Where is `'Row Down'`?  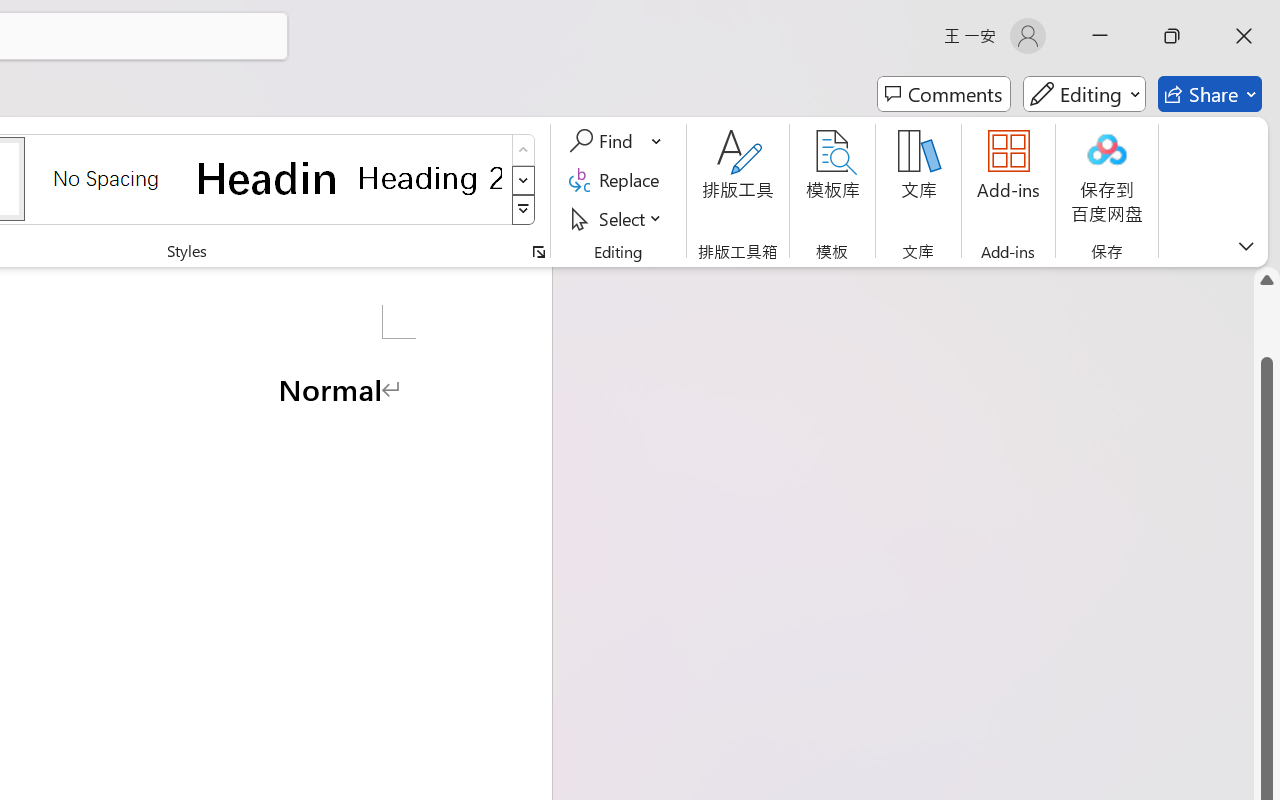
'Row Down' is located at coordinates (523, 179).